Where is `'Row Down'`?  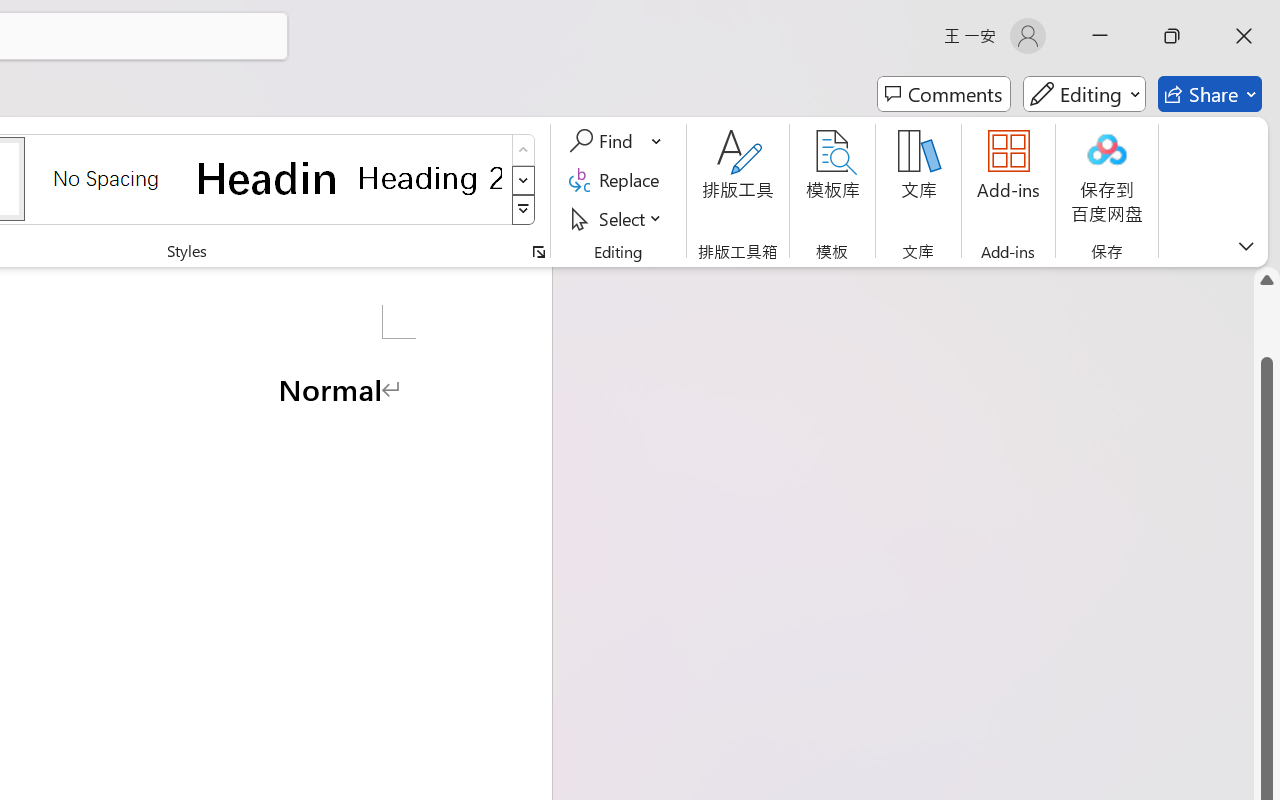
'Row Down' is located at coordinates (523, 179).